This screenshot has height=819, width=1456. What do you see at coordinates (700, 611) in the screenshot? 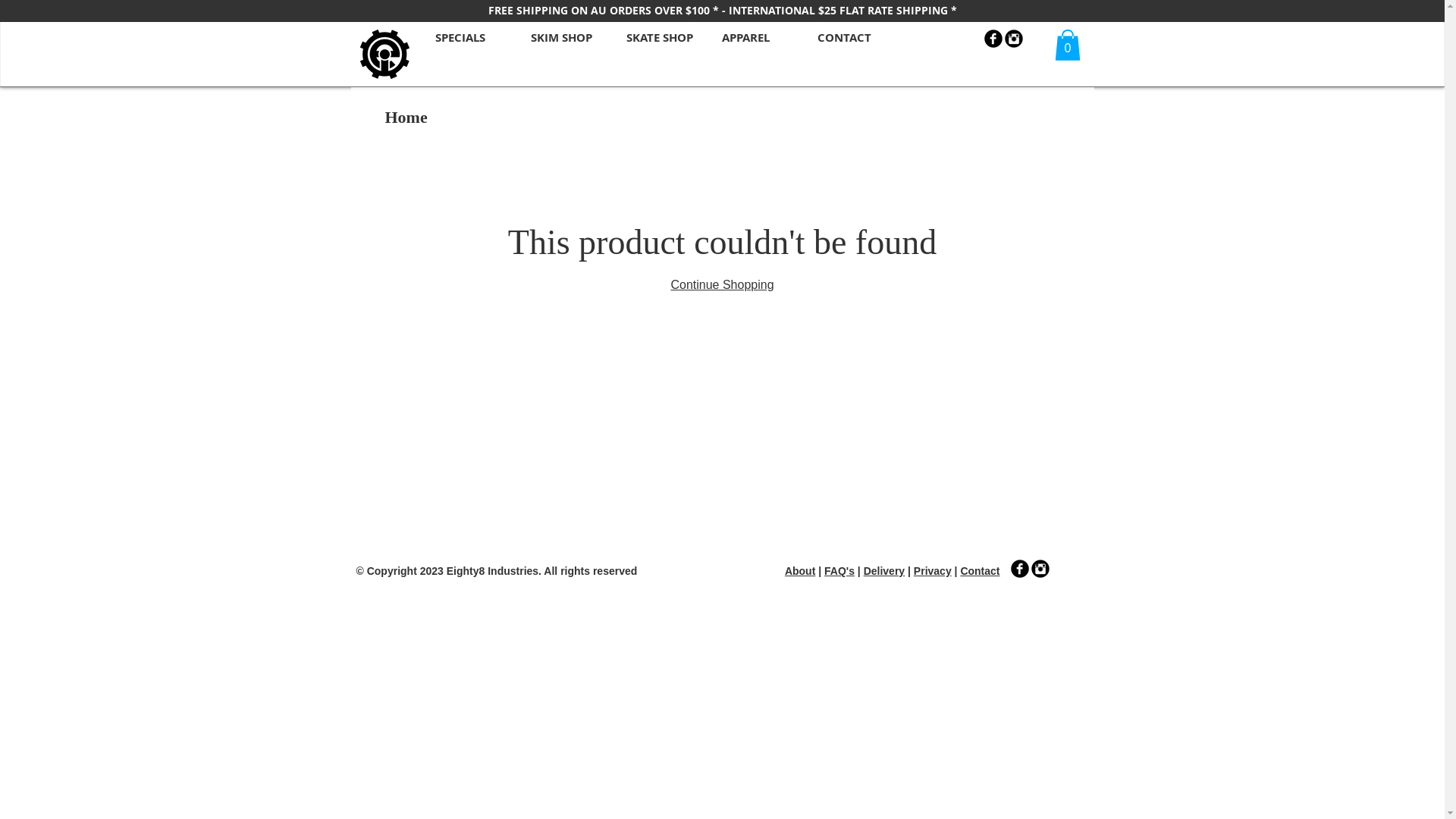
I see `'WEB-STAT'` at bounding box center [700, 611].